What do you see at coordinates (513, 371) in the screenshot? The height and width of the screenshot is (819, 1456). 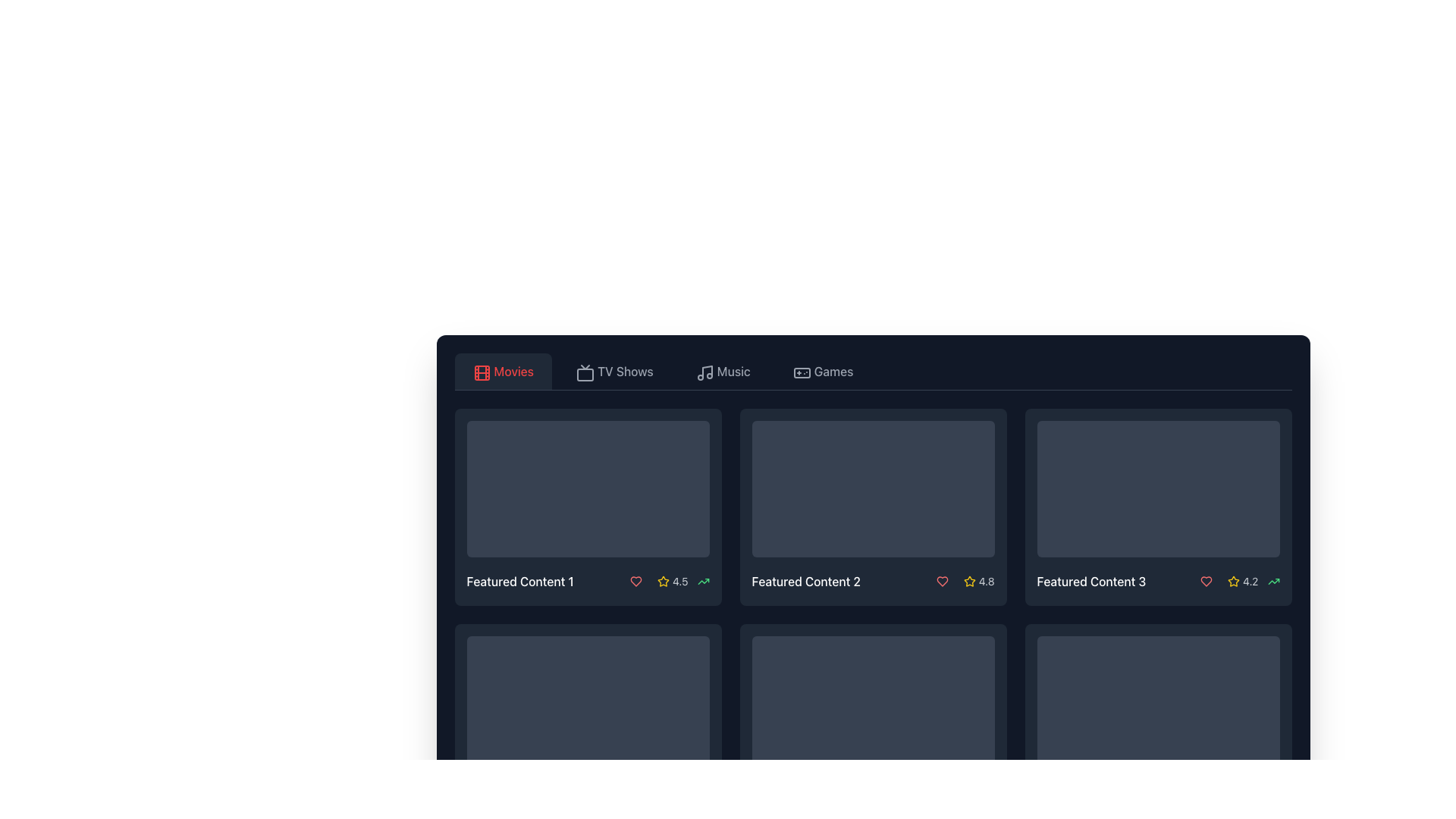 I see `the 'Movies' text label in the navigation bar` at bounding box center [513, 371].